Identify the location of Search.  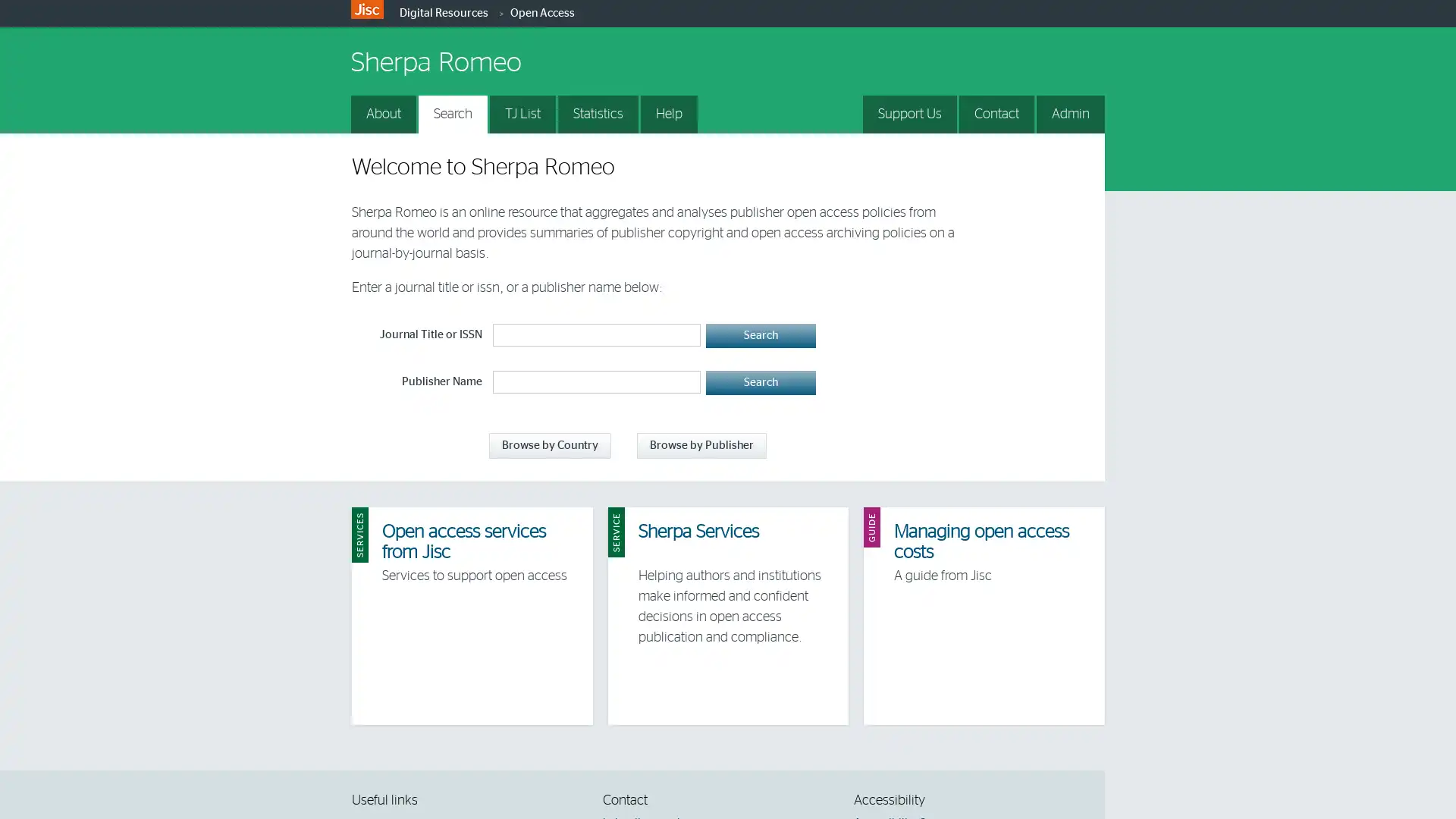
(760, 335).